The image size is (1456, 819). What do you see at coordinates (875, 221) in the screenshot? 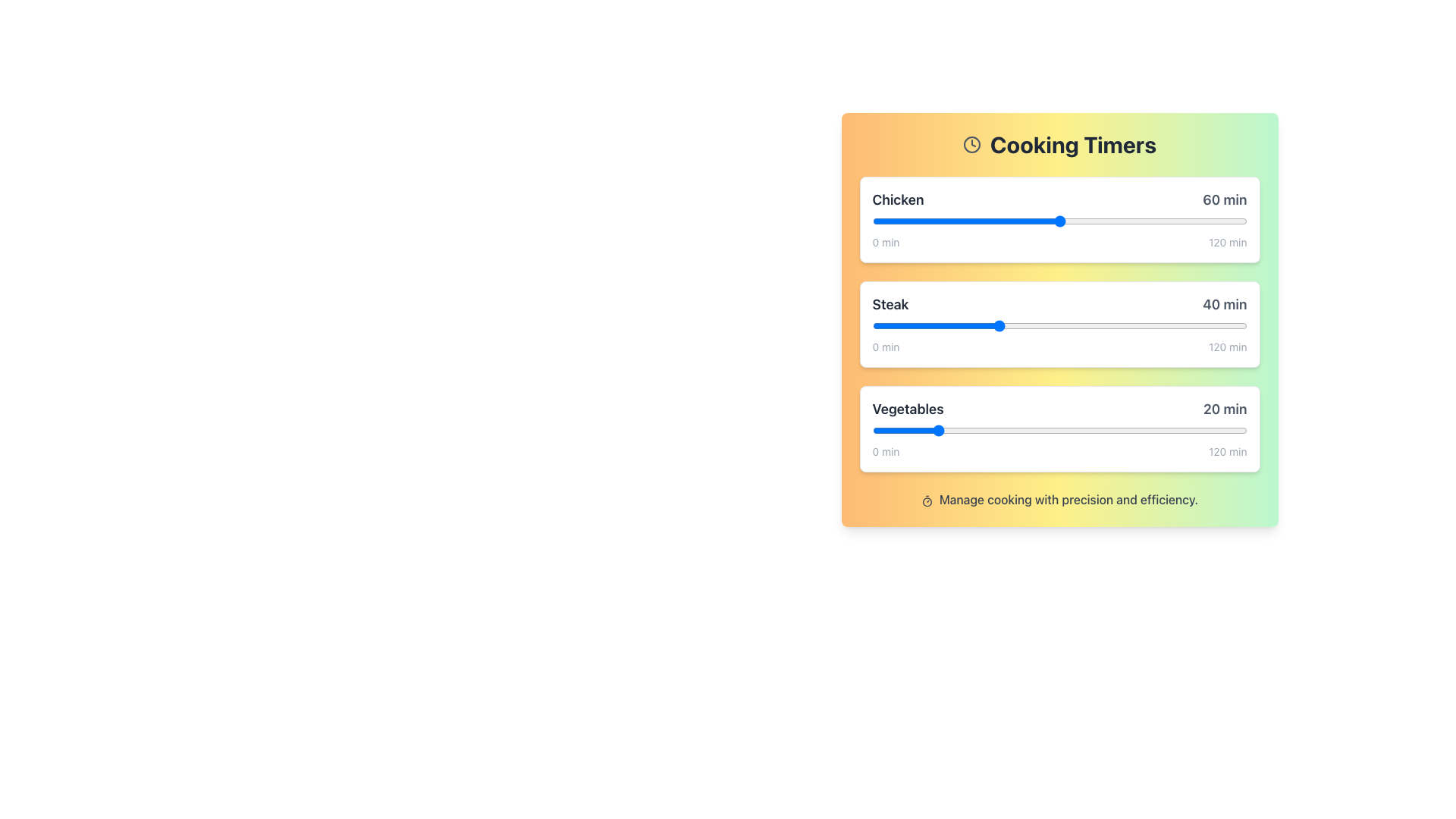
I see `the cooking timer value` at bounding box center [875, 221].